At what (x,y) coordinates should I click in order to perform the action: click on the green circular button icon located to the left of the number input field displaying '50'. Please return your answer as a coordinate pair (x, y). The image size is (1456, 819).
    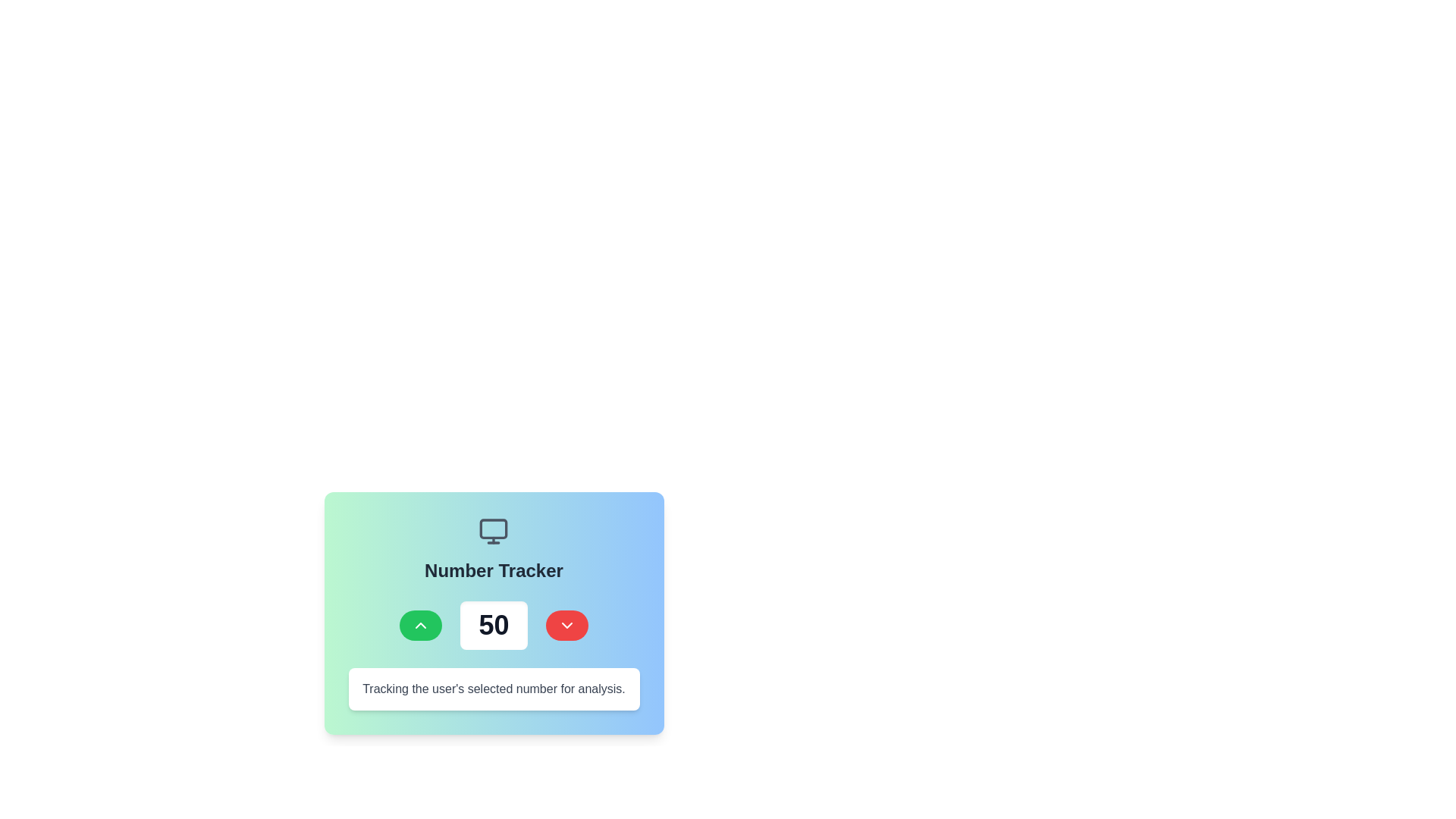
    Looking at the image, I should click on (421, 626).